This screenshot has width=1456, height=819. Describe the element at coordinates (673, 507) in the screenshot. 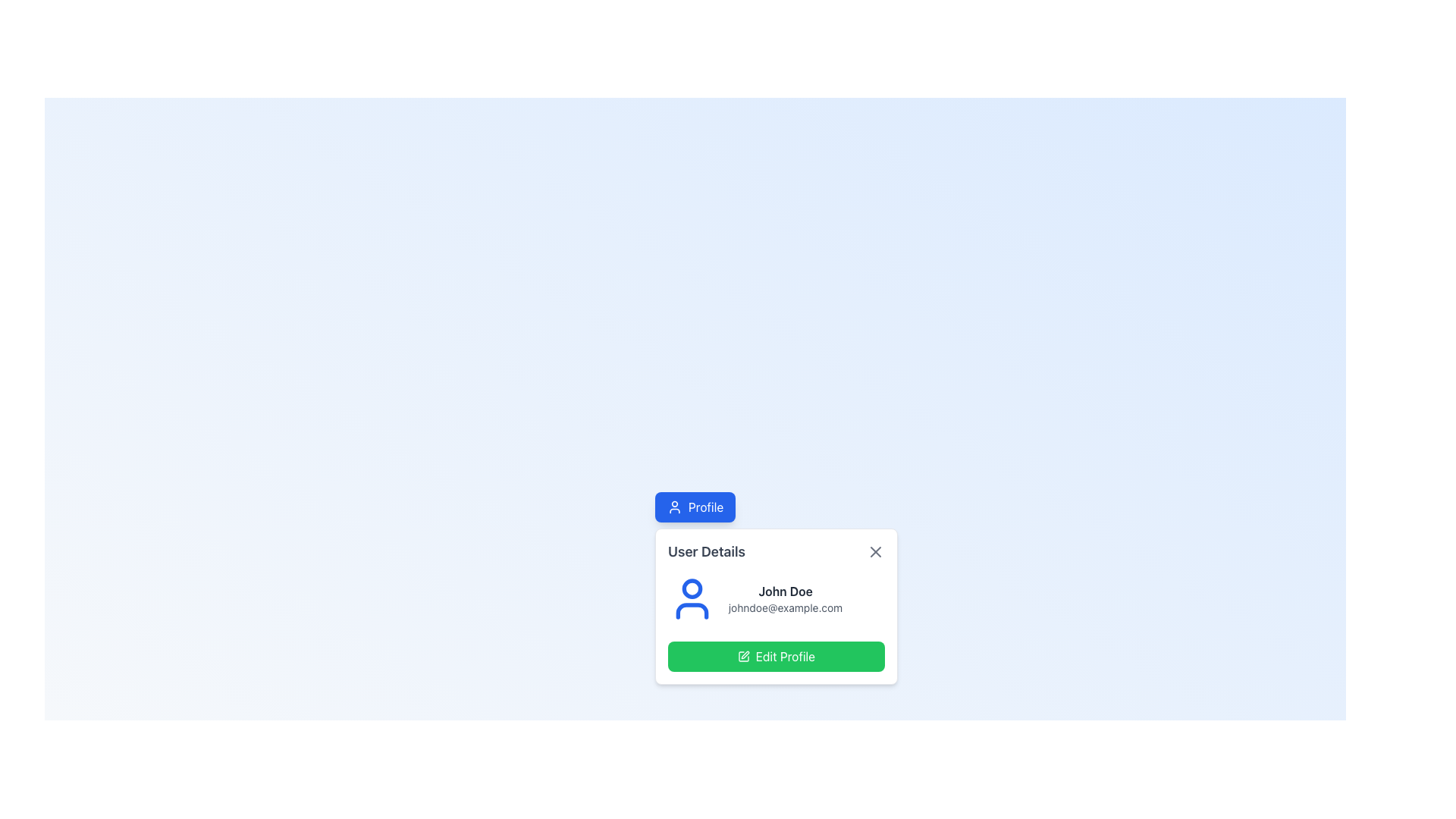

I see `the user profile icon located within the 'Profile' button at the top-central area of the interface` at that location.